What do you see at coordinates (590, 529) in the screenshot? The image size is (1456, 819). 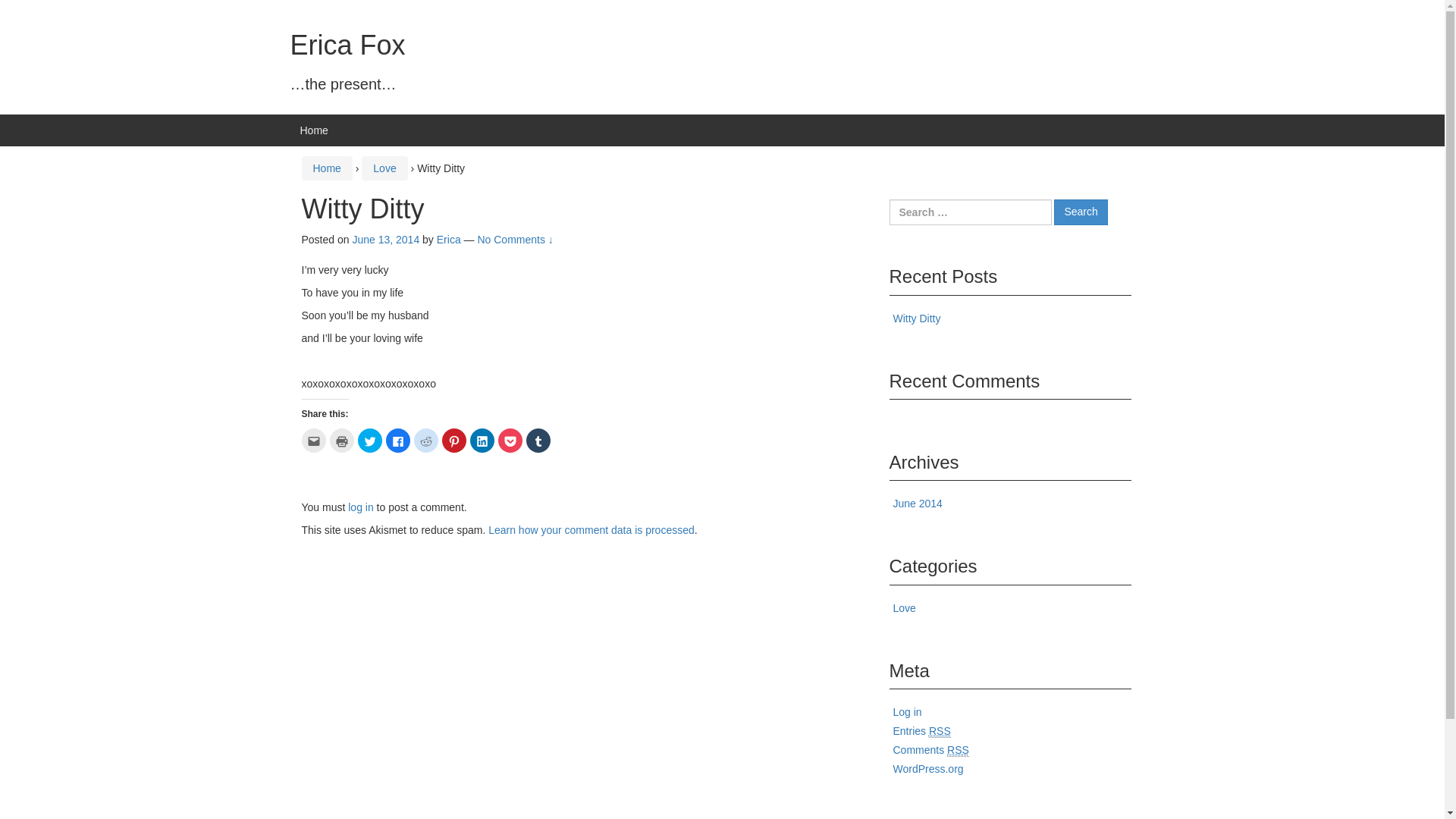 I see `'Learn how your comment data is processed'` at bounding box center [590, 529].